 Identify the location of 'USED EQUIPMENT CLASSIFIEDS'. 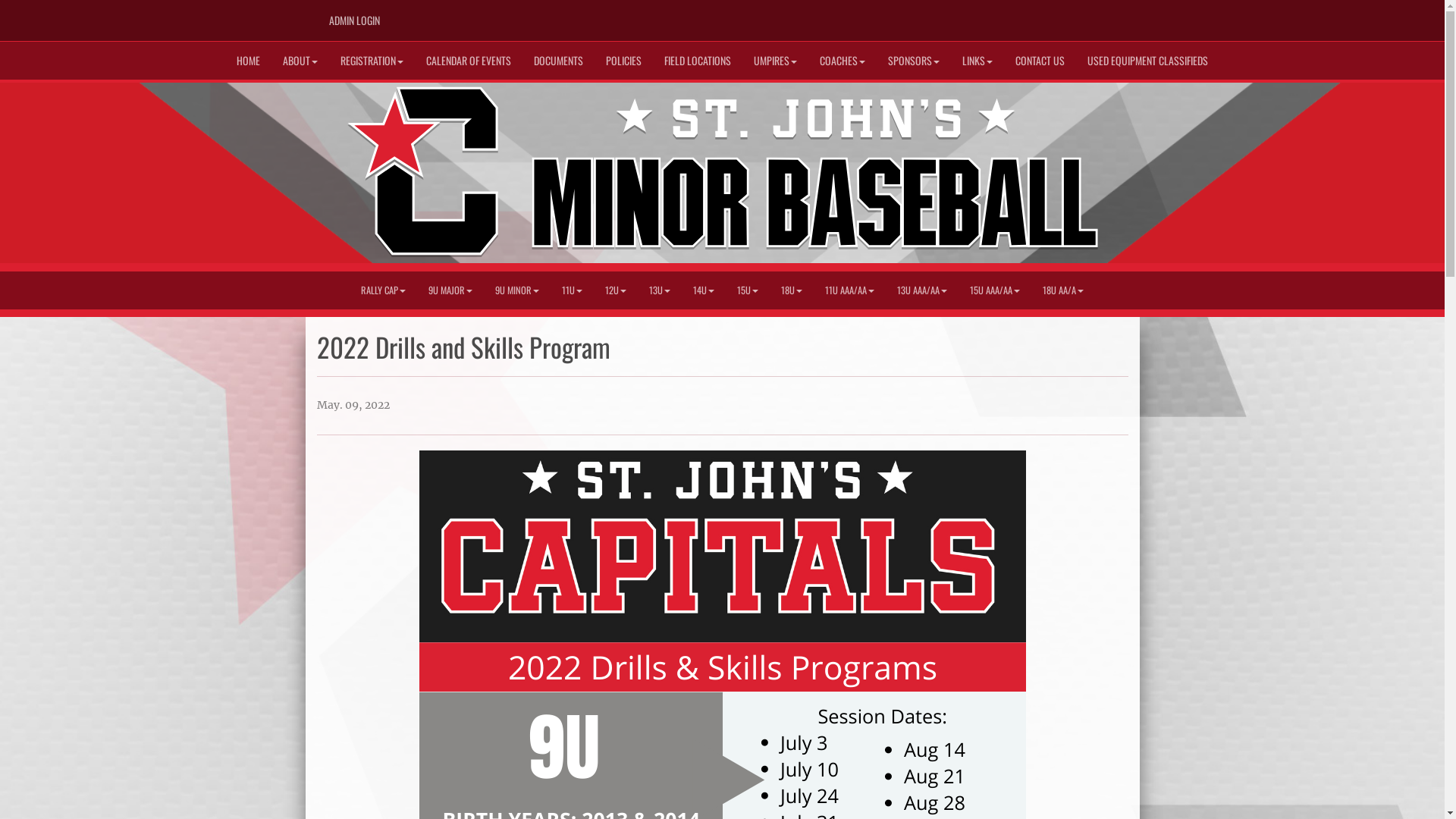
(1147, 60).